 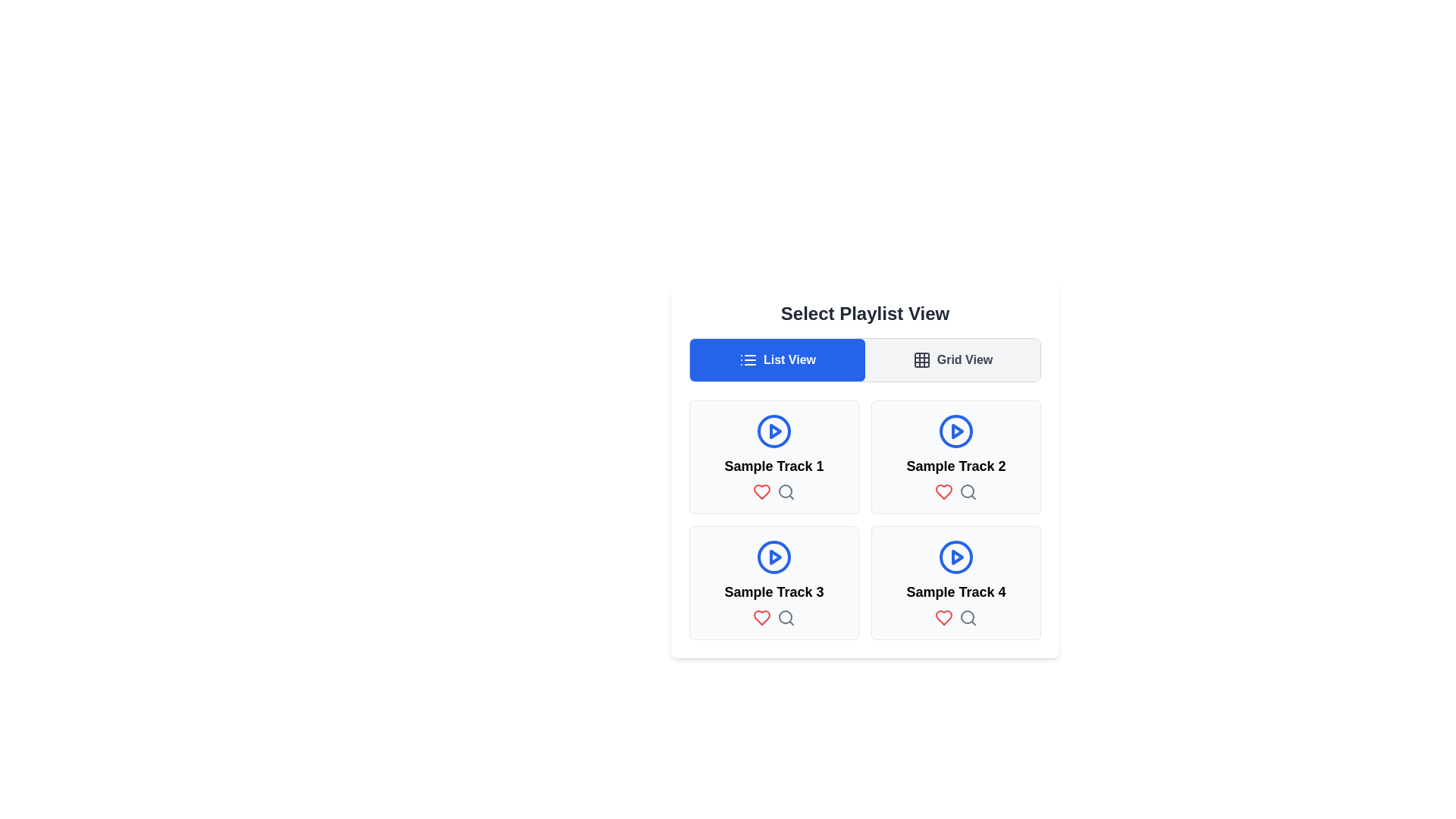 I want to click on the heart icon button located near the bottom-left of the fourth box in the grid of tracks, under the text 'Sample Track 4', to mark it as a favorite, so click(x=943, y=617).